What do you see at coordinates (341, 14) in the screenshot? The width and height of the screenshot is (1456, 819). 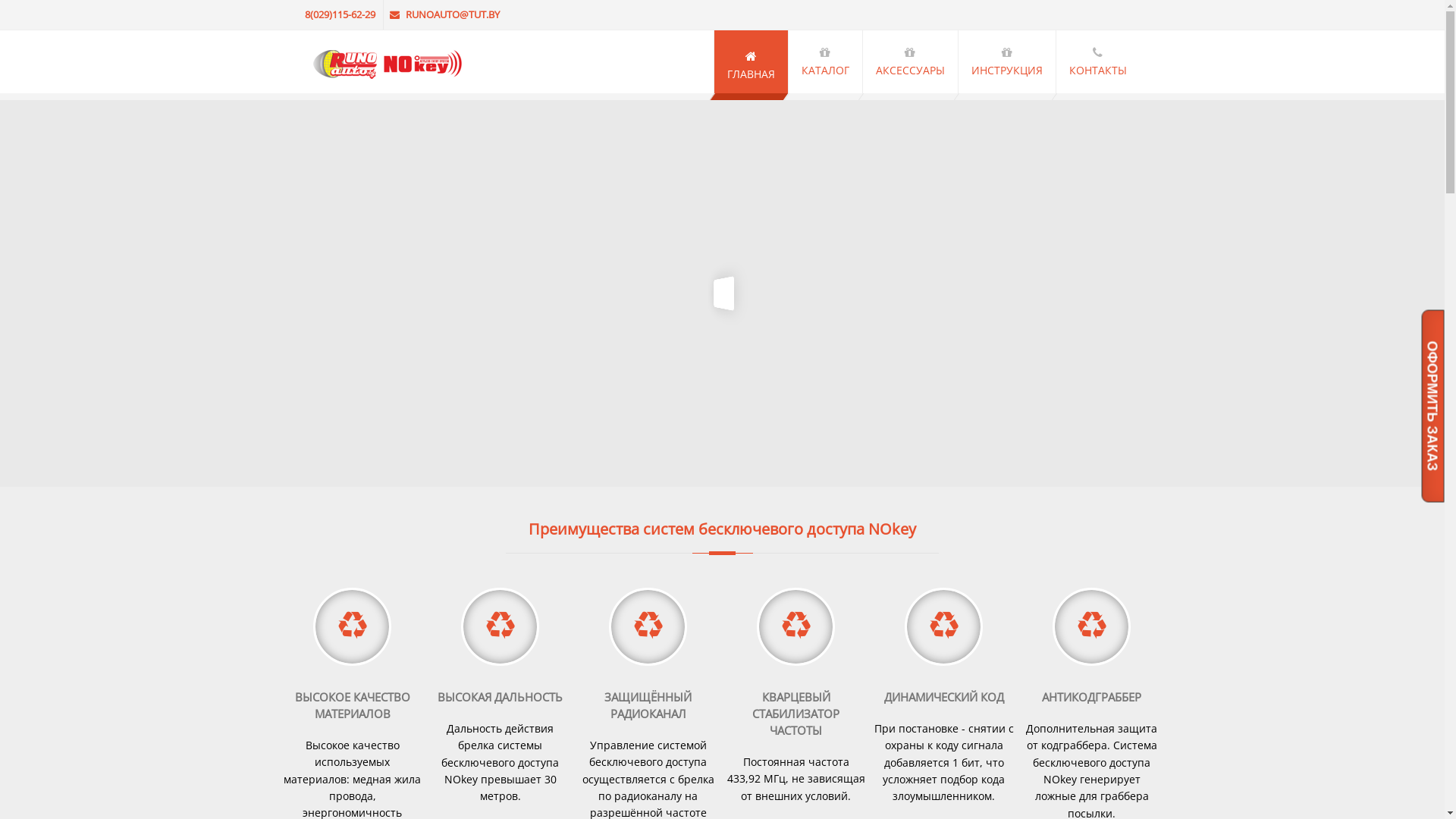 I see `'8(029)115-62-29'` at bounding box center [341, 14].